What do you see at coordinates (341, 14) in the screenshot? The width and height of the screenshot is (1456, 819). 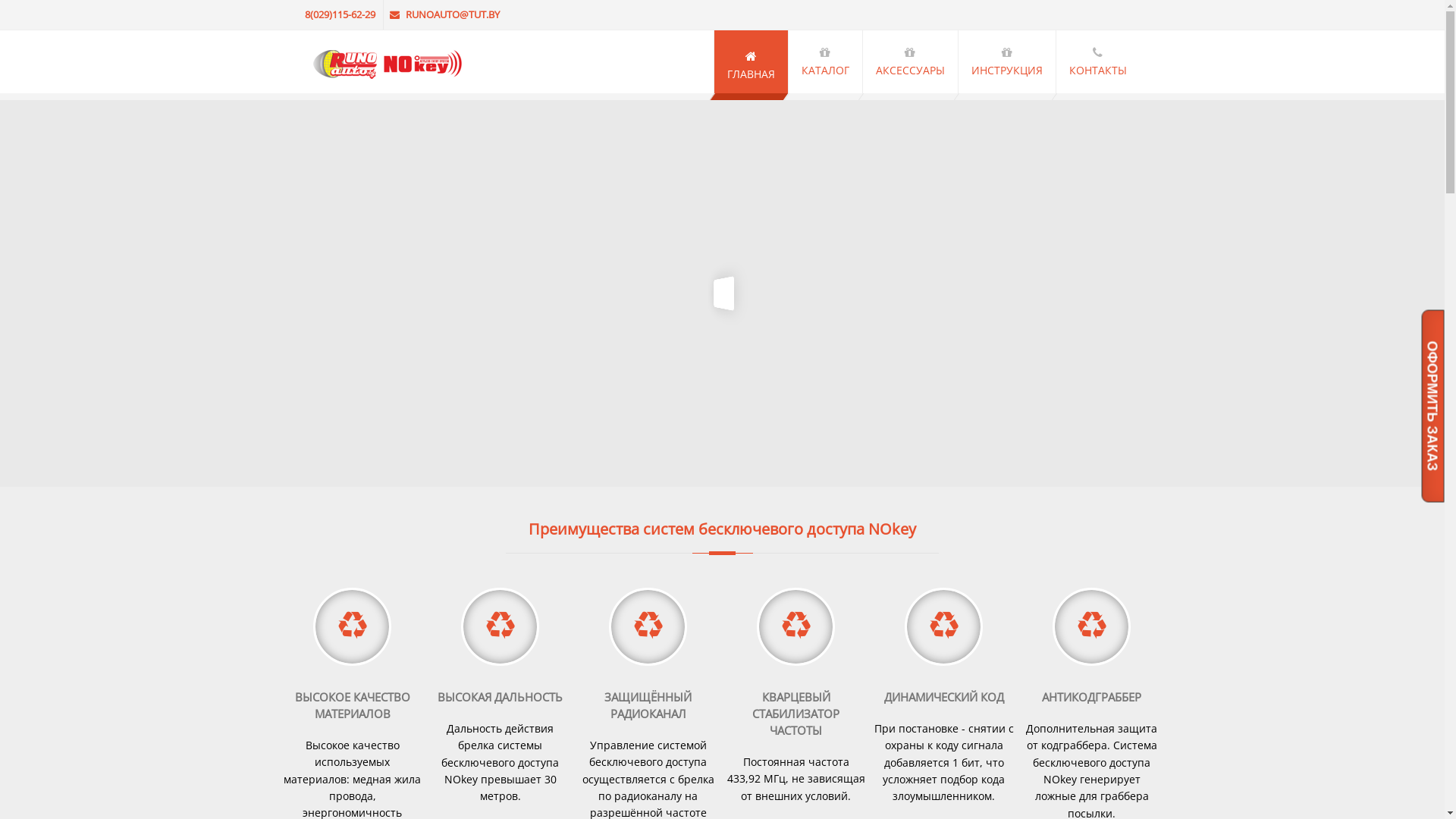 I see `'8(029)115-62-29'` at bounding box center [341, 14].